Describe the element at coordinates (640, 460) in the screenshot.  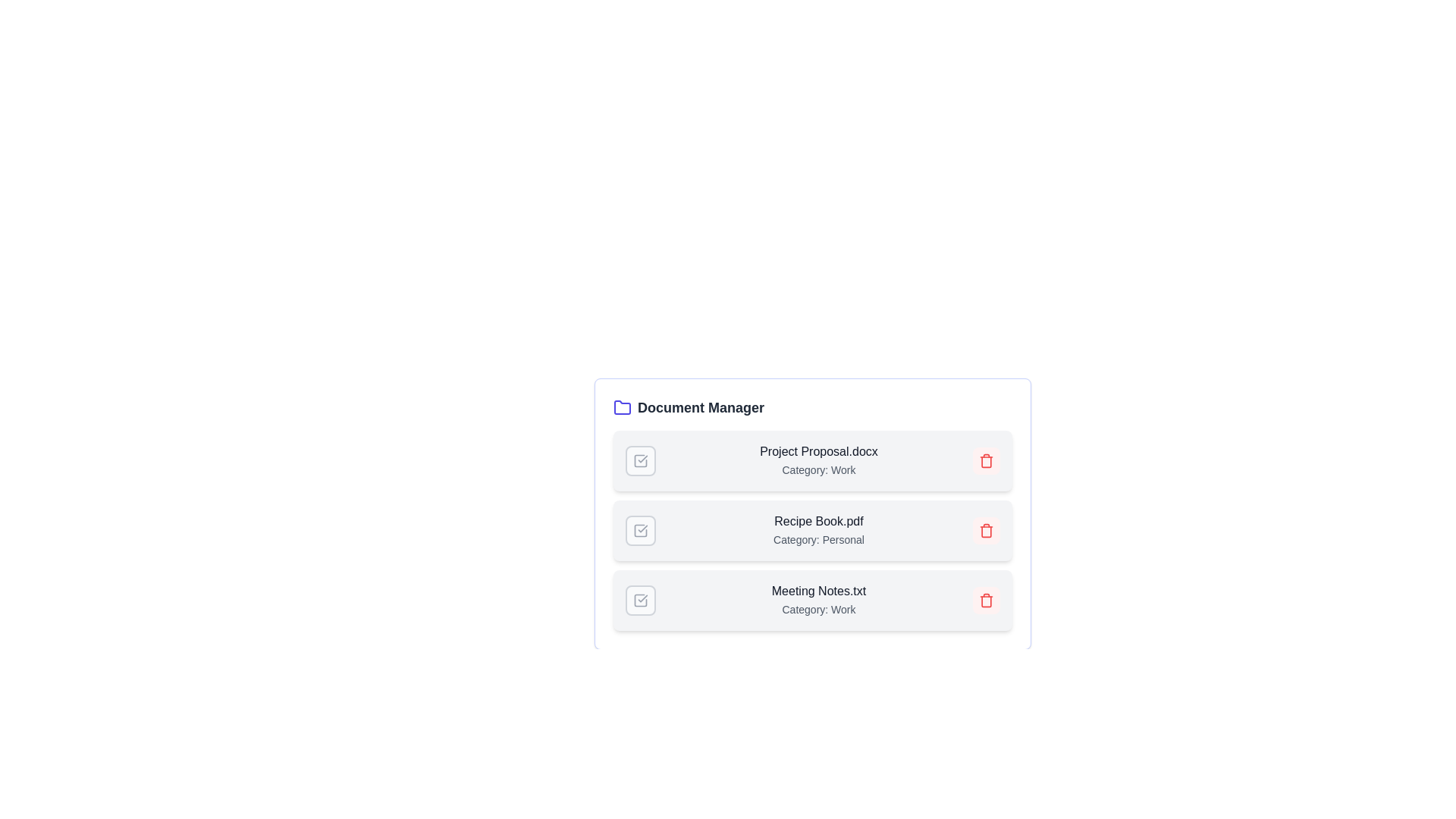
I see `the decorative rectangular frame of the document icon in the Document Manager UI` at that location.